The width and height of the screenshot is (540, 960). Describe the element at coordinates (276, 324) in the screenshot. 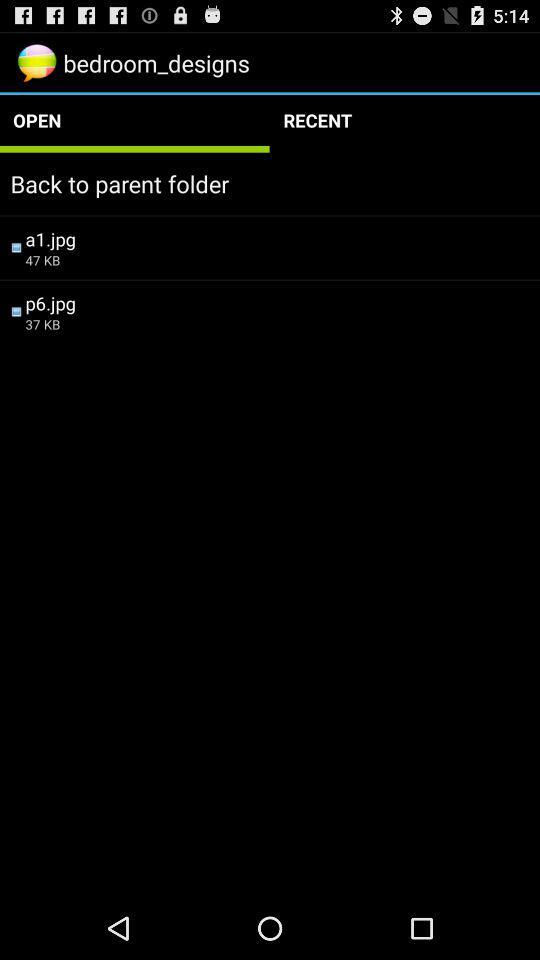

I see `the item at the center` at that location.